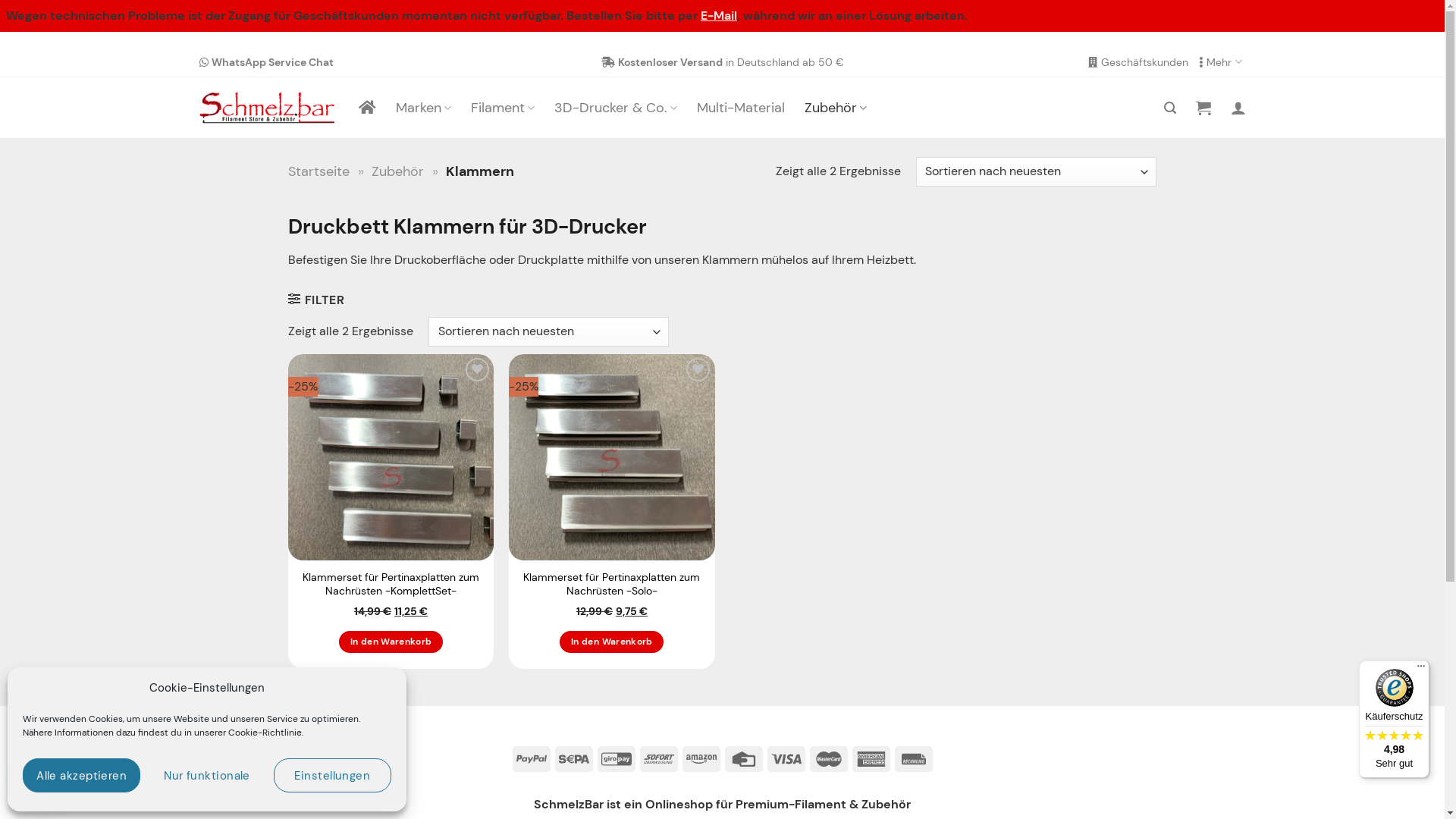 This screenshot has height=819, width=1456. I want to click on 'Mehr', so click(1197, 61).